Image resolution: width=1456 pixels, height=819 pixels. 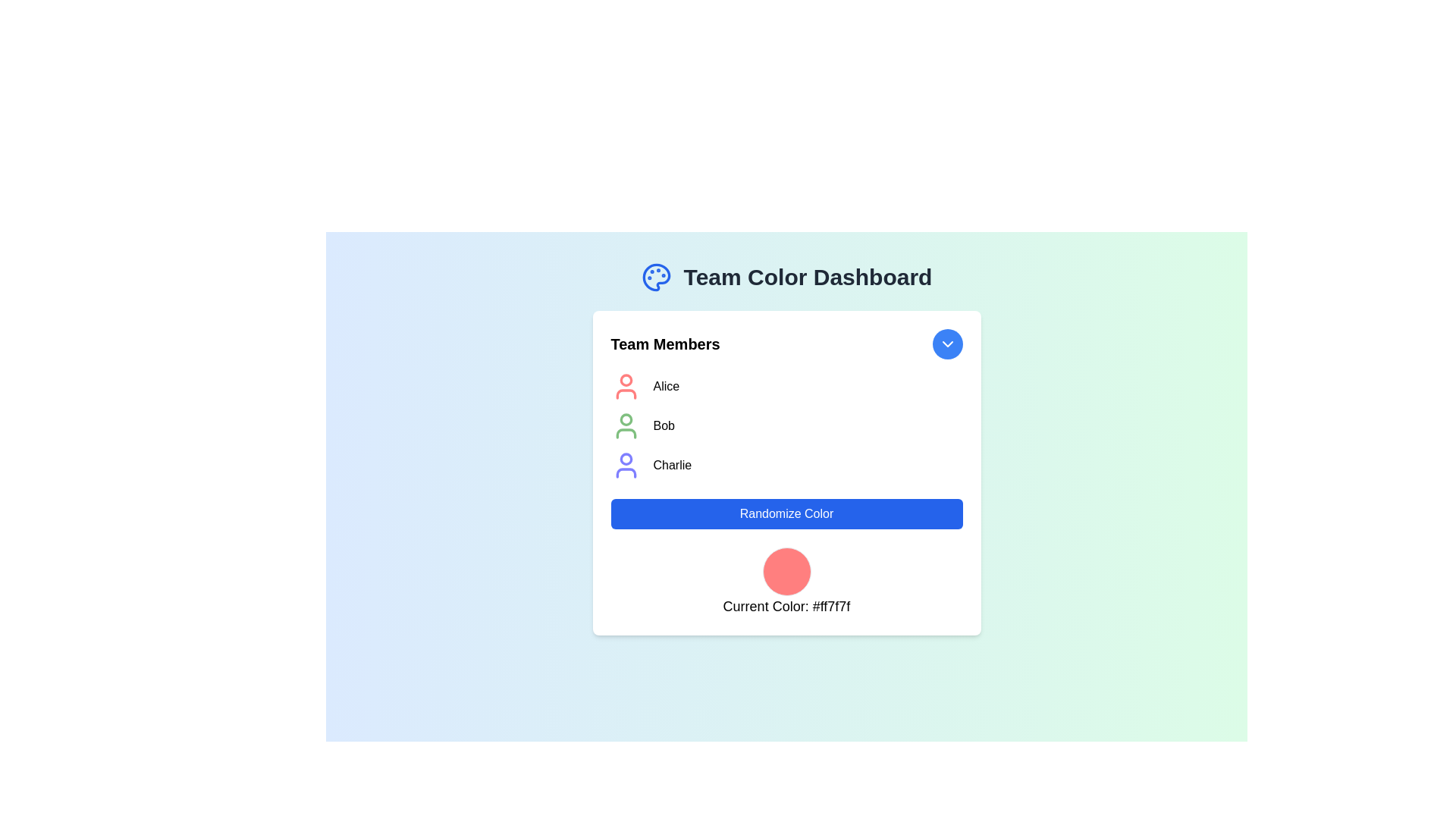 What do you see at coordinates (946, 344) in the screenshot?
I see `the button located at the top-right side of the 'Team Members' section` at bounding box center [946, 344].